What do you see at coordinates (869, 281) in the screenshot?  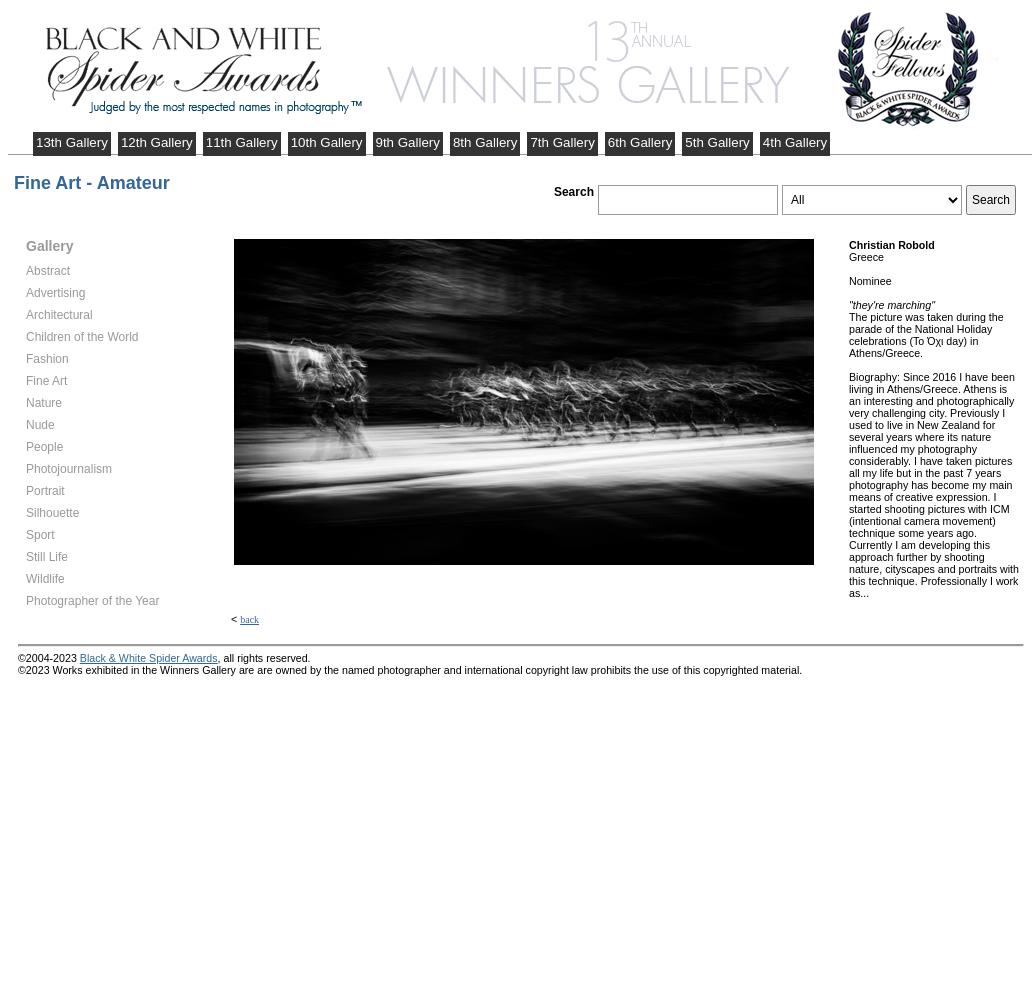 I see `'Nominee'` at bounding box center [869, 281].